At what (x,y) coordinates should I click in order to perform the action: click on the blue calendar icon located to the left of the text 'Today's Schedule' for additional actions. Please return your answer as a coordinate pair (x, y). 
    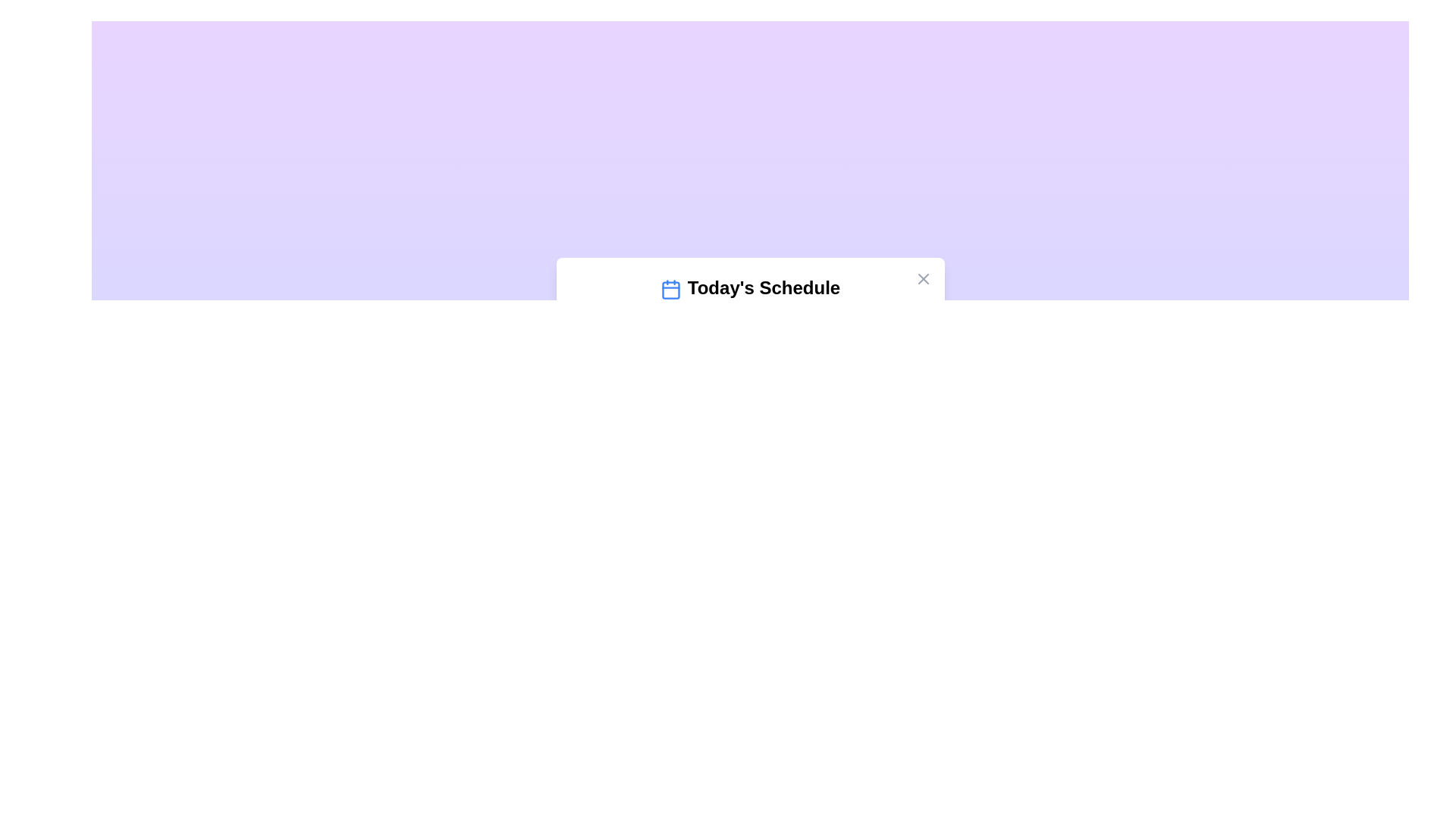
    Looking at the image, I should click on (670, 289).